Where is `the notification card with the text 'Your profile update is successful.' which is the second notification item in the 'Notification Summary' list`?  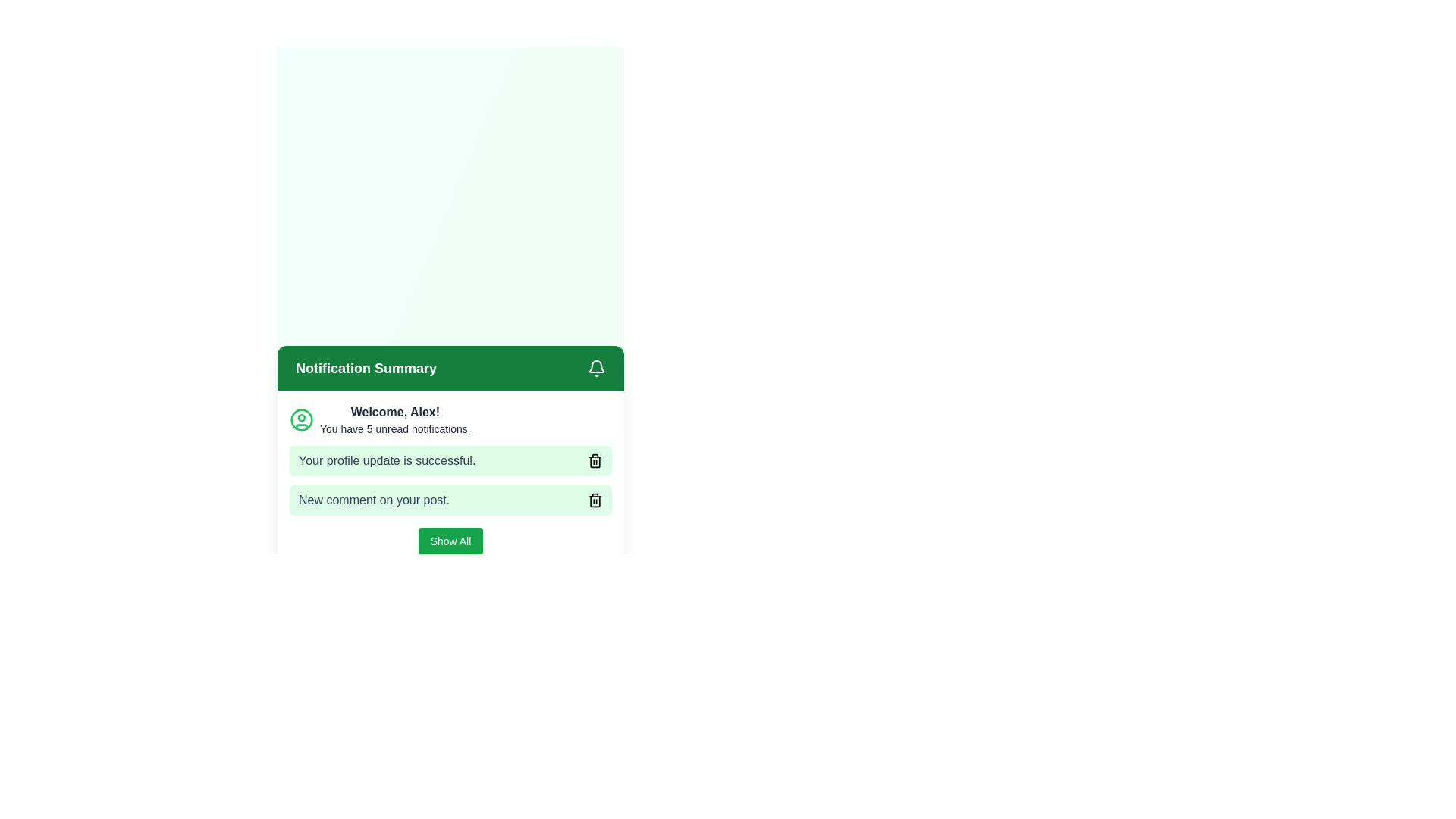 the notification card with the text 'Your profile update is successful.' which is the second notification item in the 'Notification Summary' list is located at coordinates (450, 479).